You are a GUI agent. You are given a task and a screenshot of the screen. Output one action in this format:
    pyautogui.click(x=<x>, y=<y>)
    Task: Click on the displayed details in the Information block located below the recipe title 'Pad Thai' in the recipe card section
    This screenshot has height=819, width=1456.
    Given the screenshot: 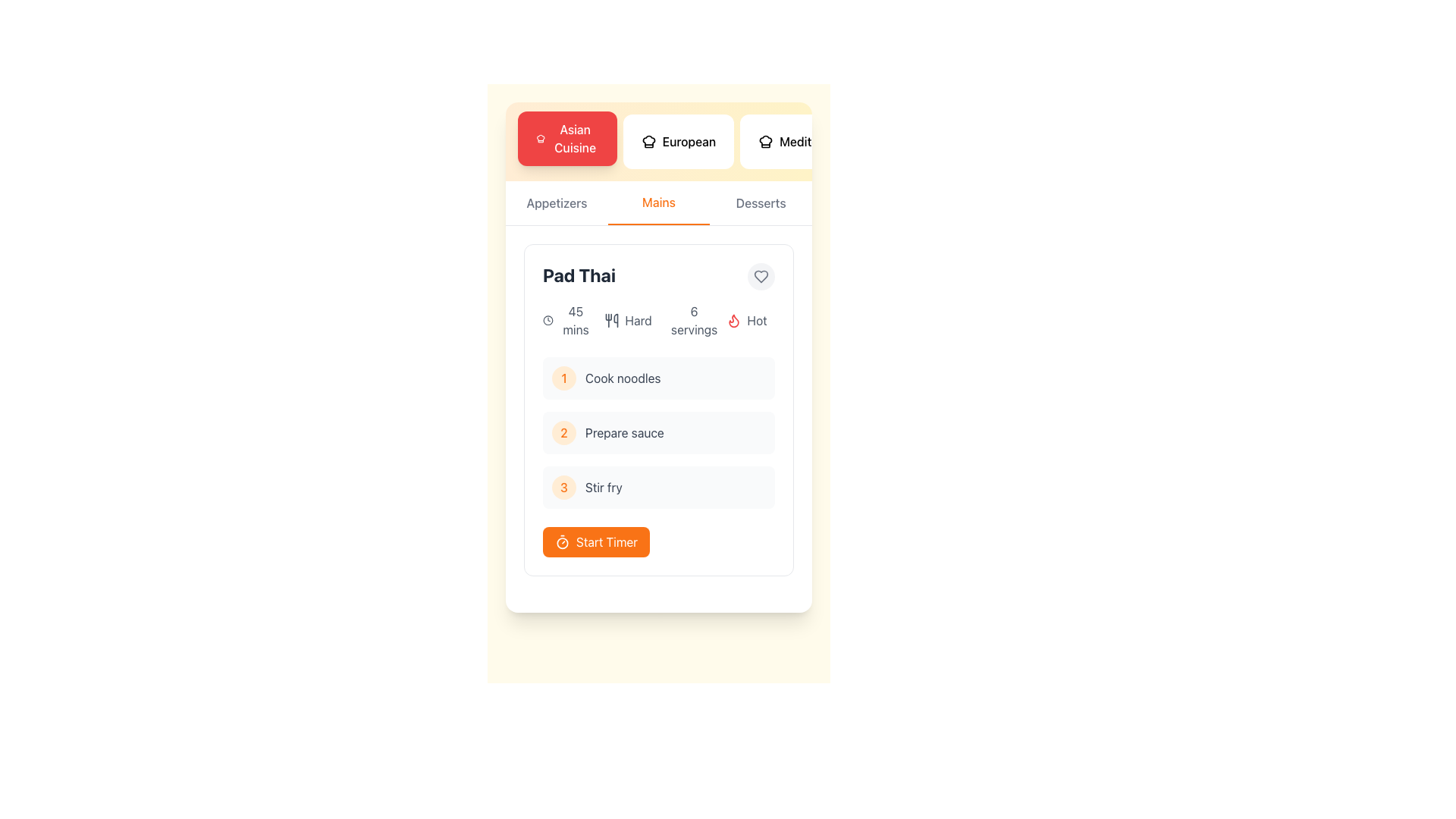 What is the action you would take?
    pyautogui.click(x=658, y=320)
    